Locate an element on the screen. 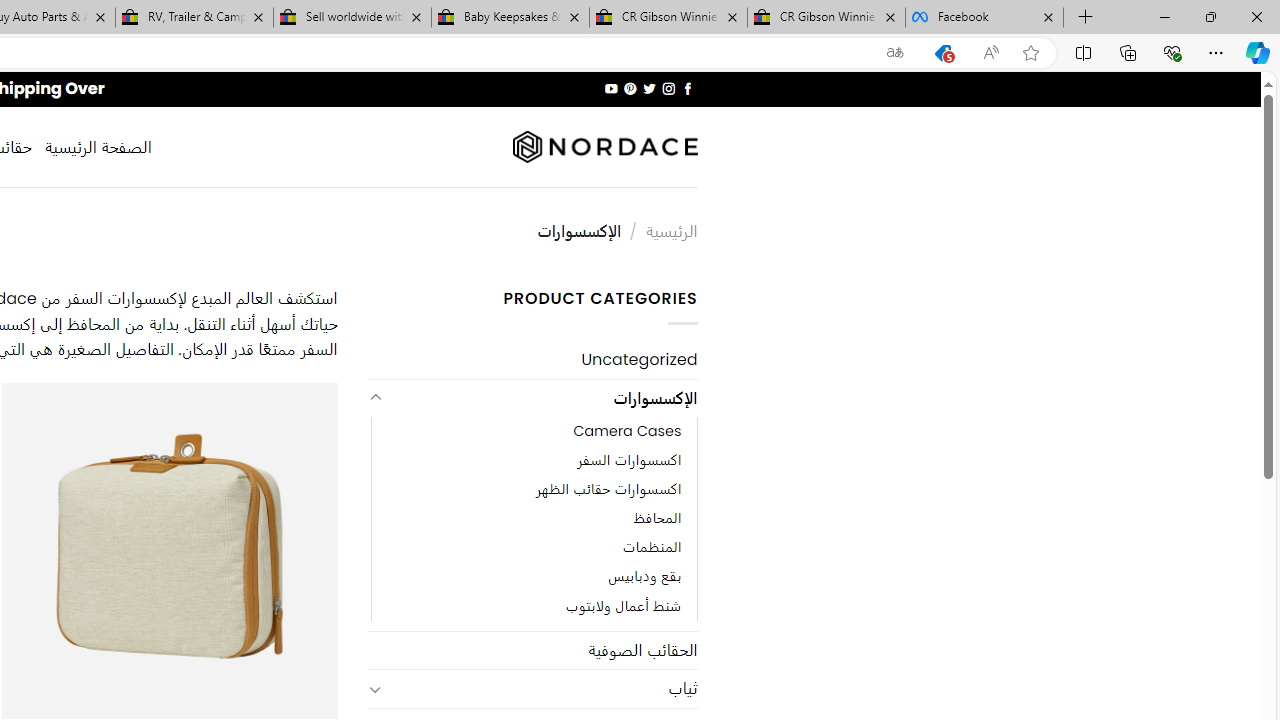 The image size is (1280, 720). 'Read aloud this page (Ctrl+Shift+U)' is located at coordinates (991, 52).